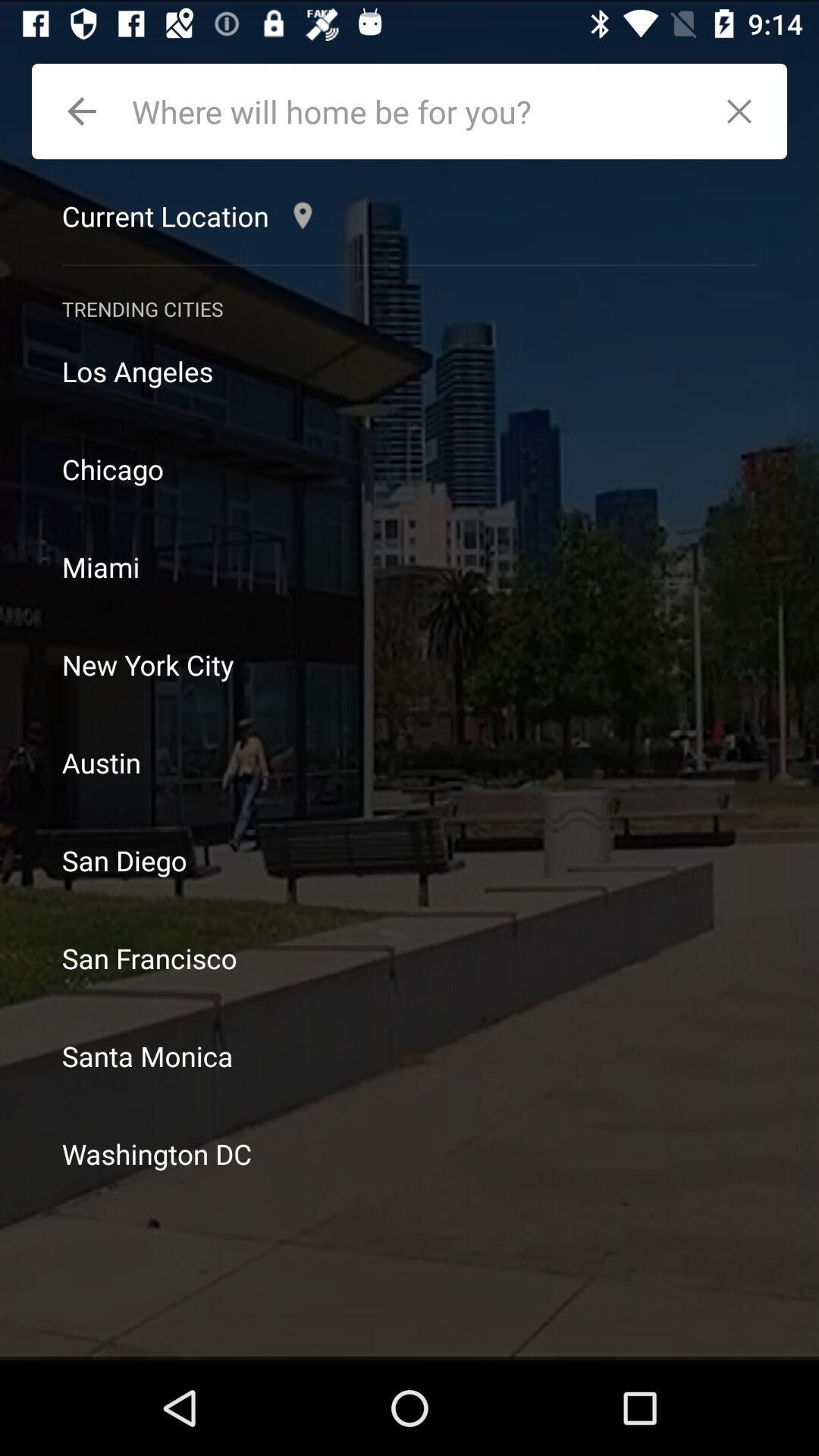 This screenshot has width=819, height=1456. Describe the element at coordinates (414, 111) in the screenshot. I see `address` at that location.